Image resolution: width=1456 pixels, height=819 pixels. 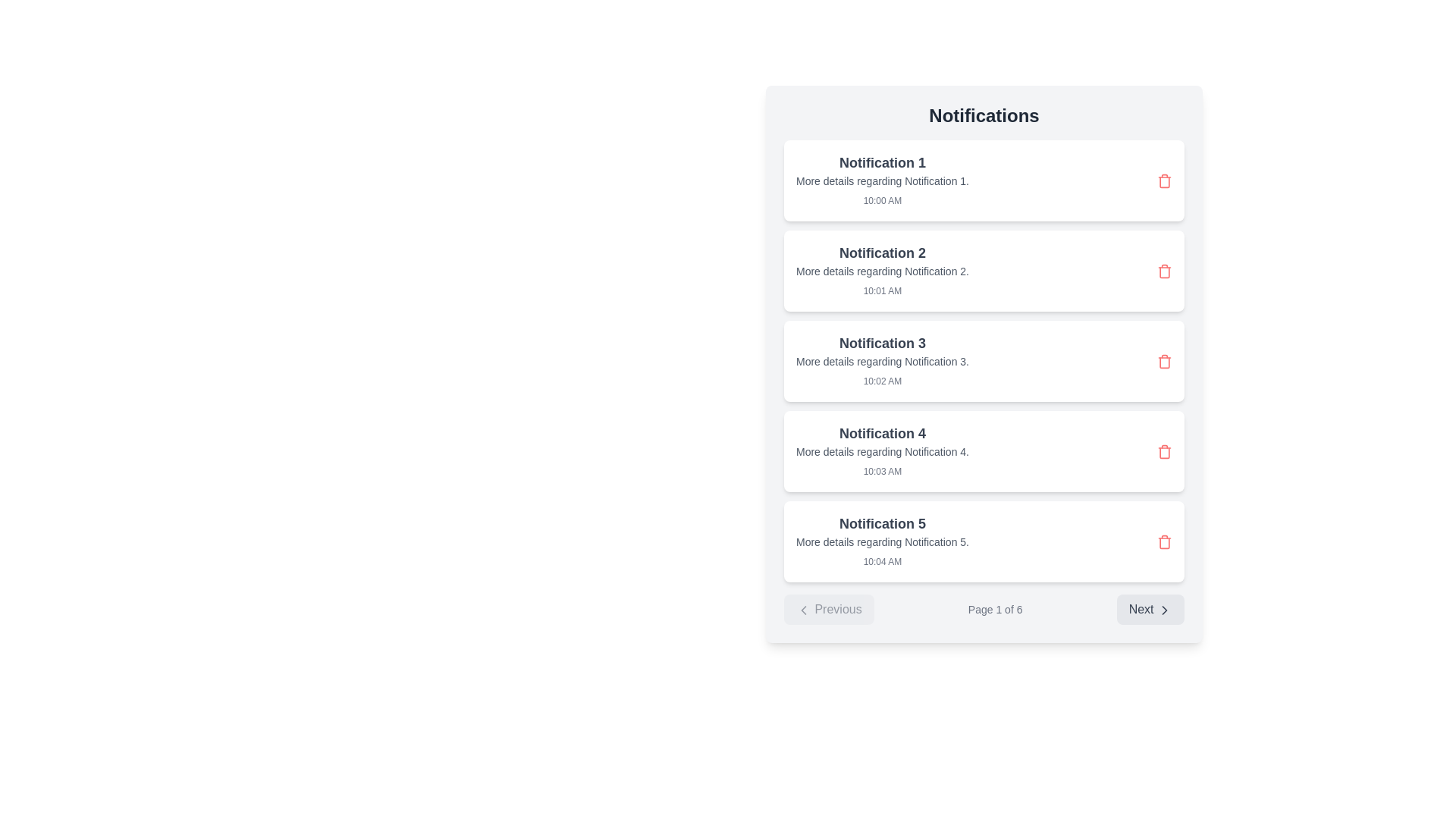 What do you see at coordinates (883, 541) in the screenshot?
I see `the static text that says 'More details regarding Notification 5.' which is located within the card labeled 'Notification 5'` at bounding box center [883, 541].